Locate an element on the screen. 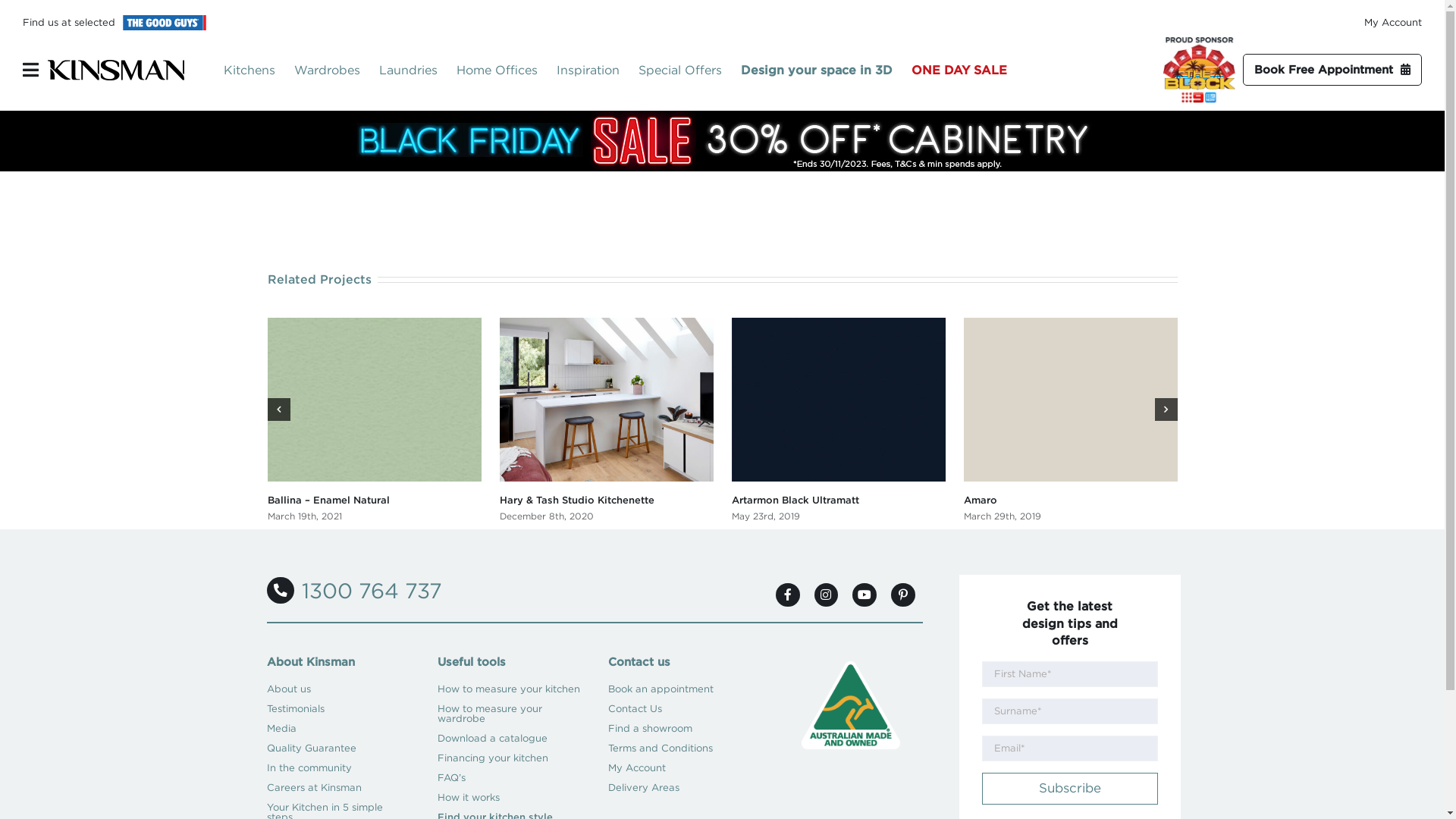 This screenshot has width=1456, height=819. 'Testimonials' is located at coordinates (337, 708).